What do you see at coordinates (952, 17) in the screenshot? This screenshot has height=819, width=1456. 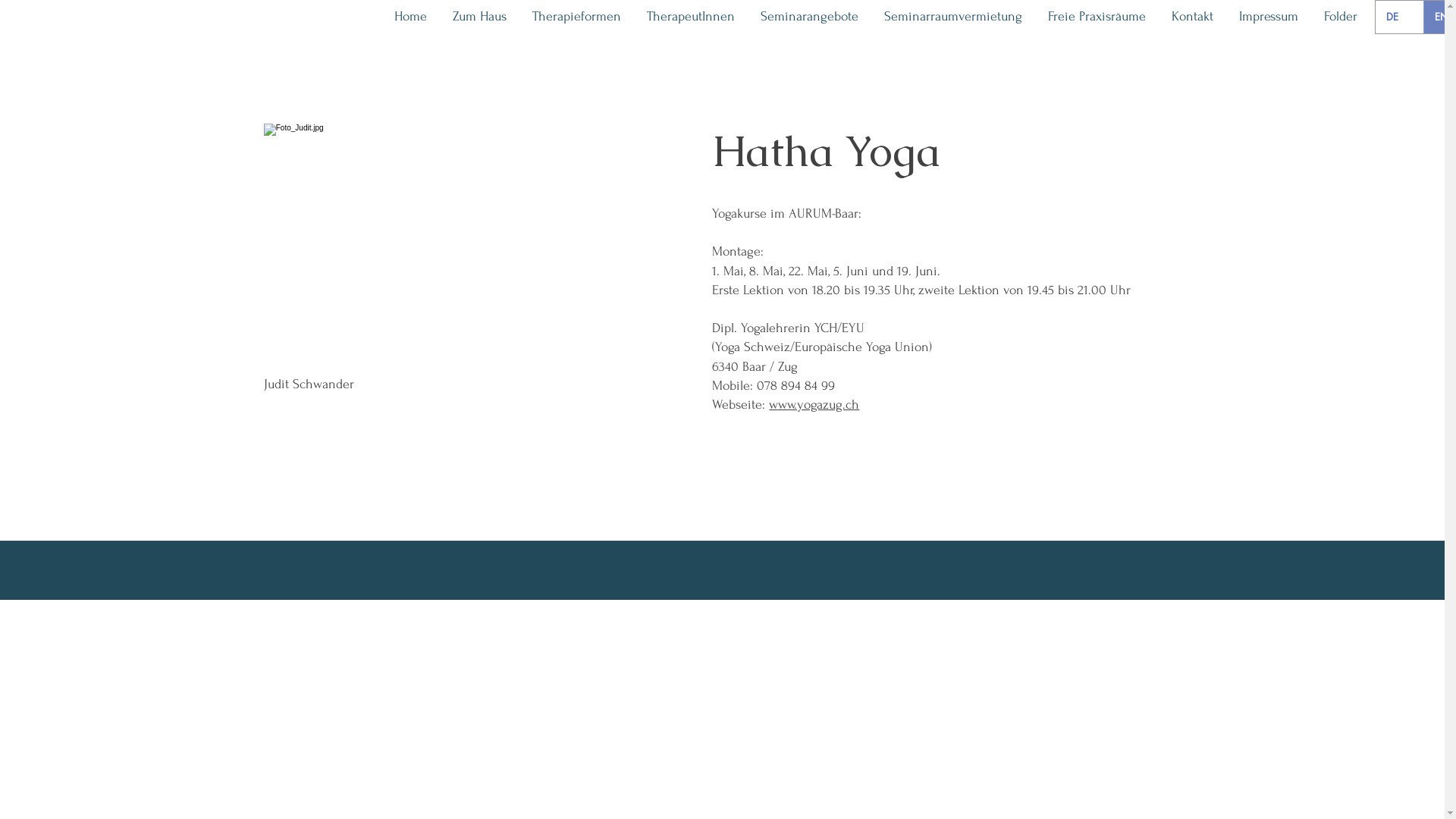 I see `'Seminarraumvermietung'` at bounding box center [952, 17].